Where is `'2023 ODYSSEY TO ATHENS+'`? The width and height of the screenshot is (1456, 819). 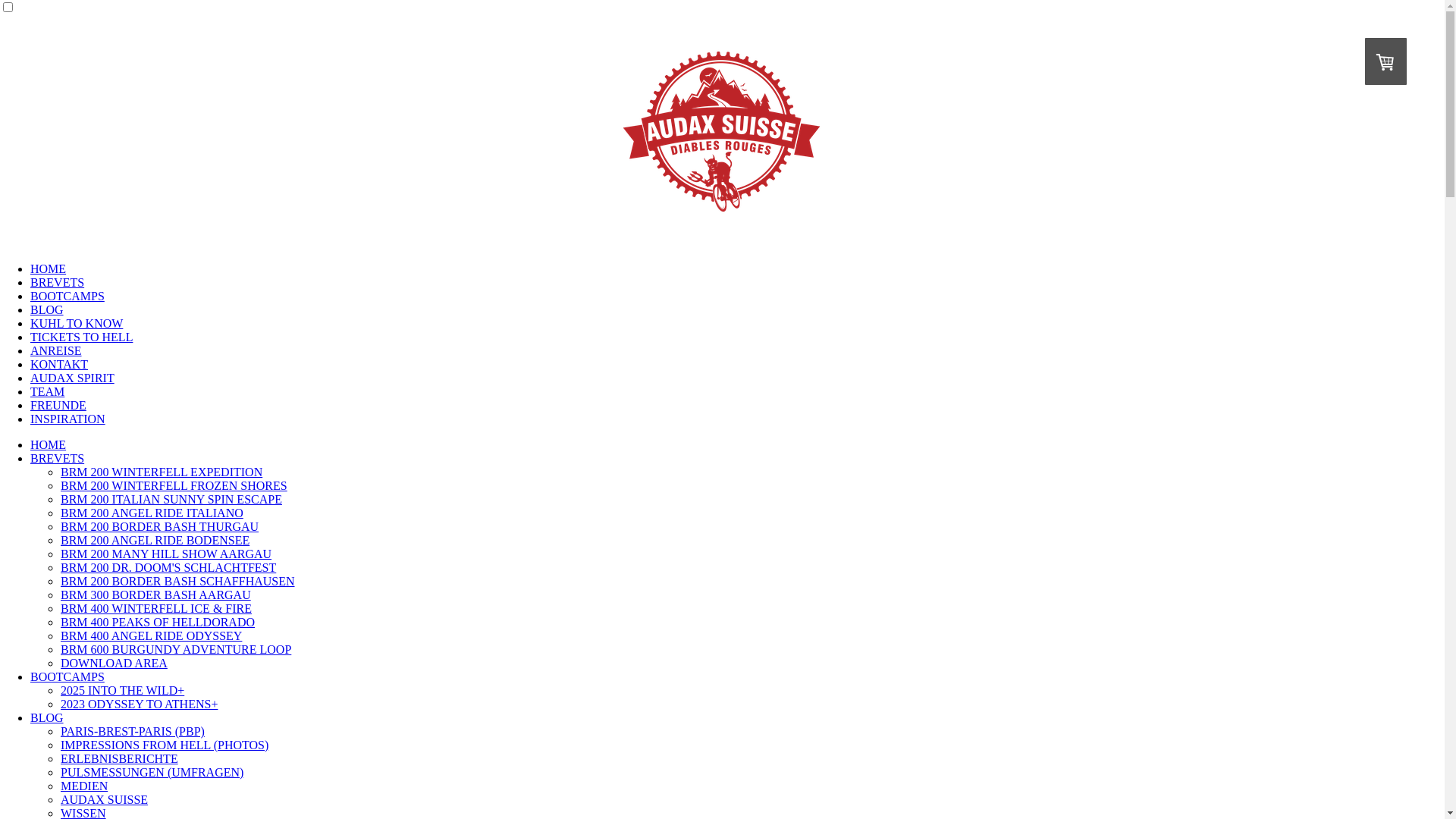
'2023 ODYSSEY TO ATHENS+' is located at coordinates (139, 704).